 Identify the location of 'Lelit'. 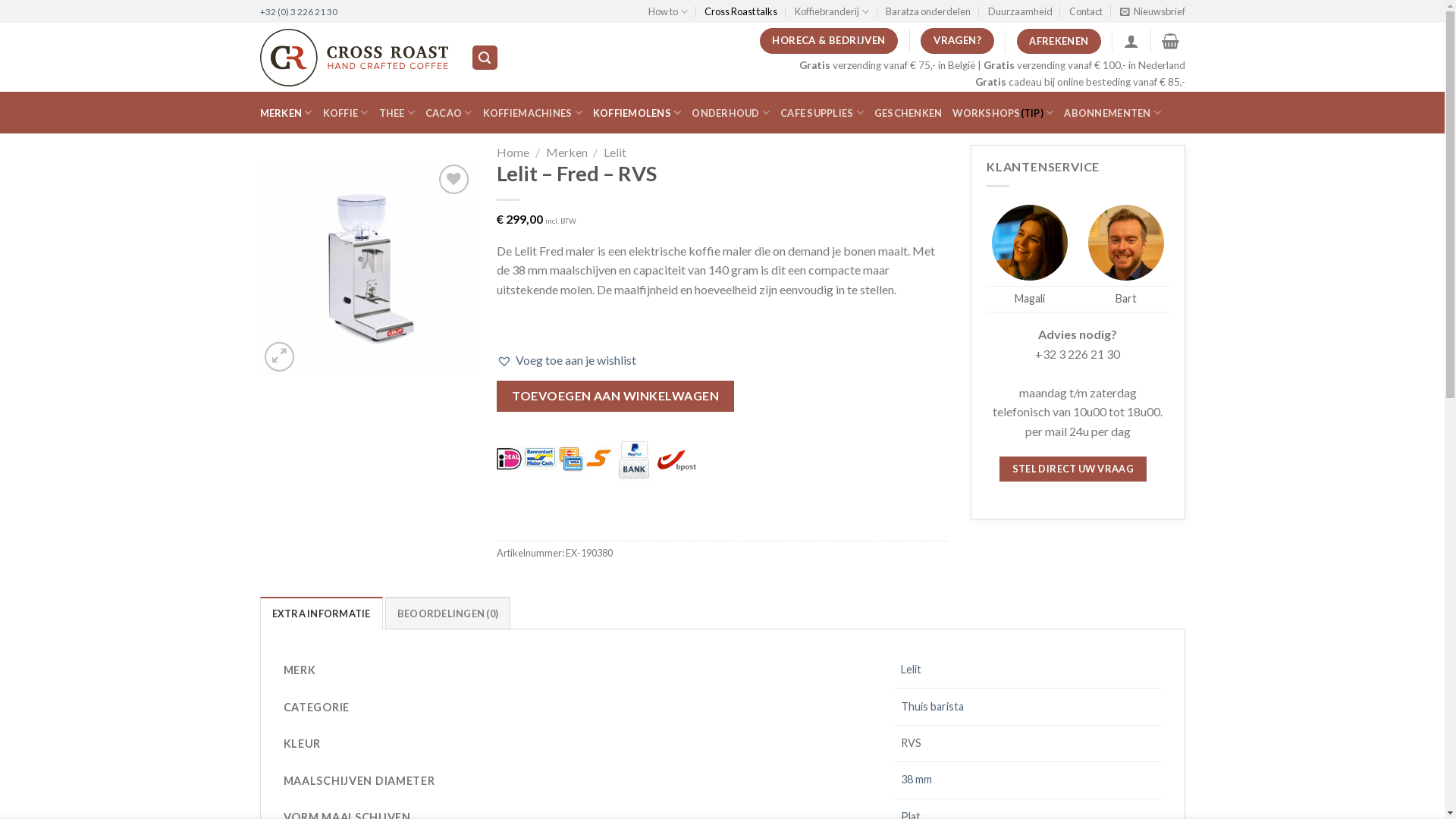
(615, 152).